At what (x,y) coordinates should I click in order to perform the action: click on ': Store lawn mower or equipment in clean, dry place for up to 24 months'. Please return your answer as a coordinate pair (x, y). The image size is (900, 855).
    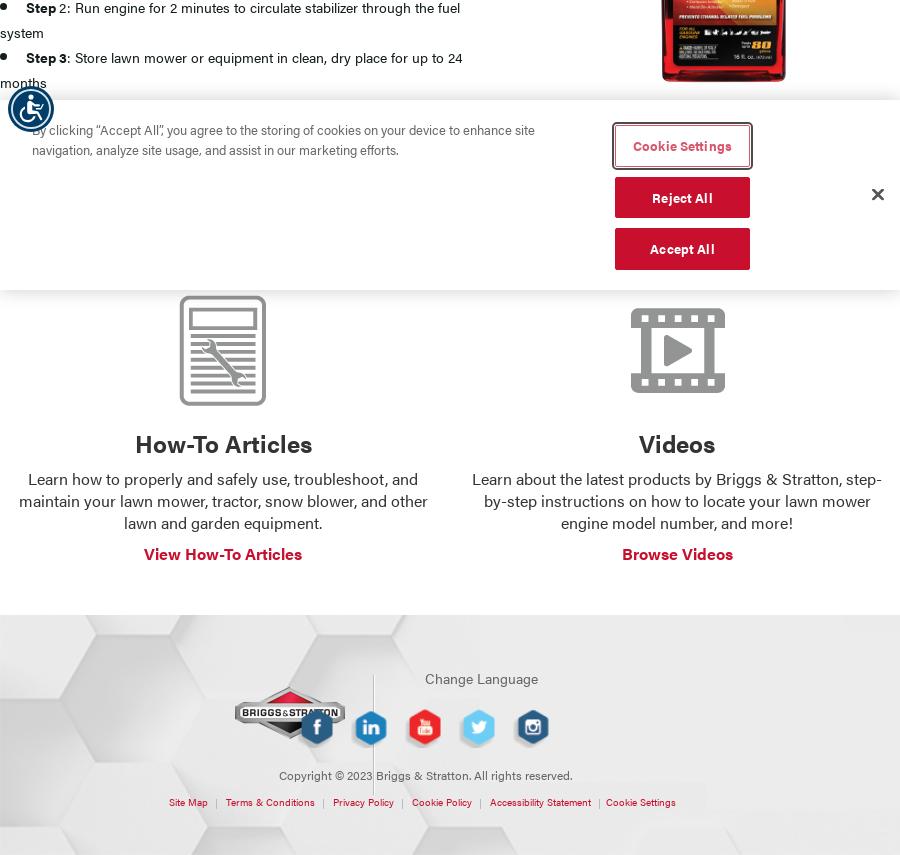
    Looking at the image, I should click on (230, 68).